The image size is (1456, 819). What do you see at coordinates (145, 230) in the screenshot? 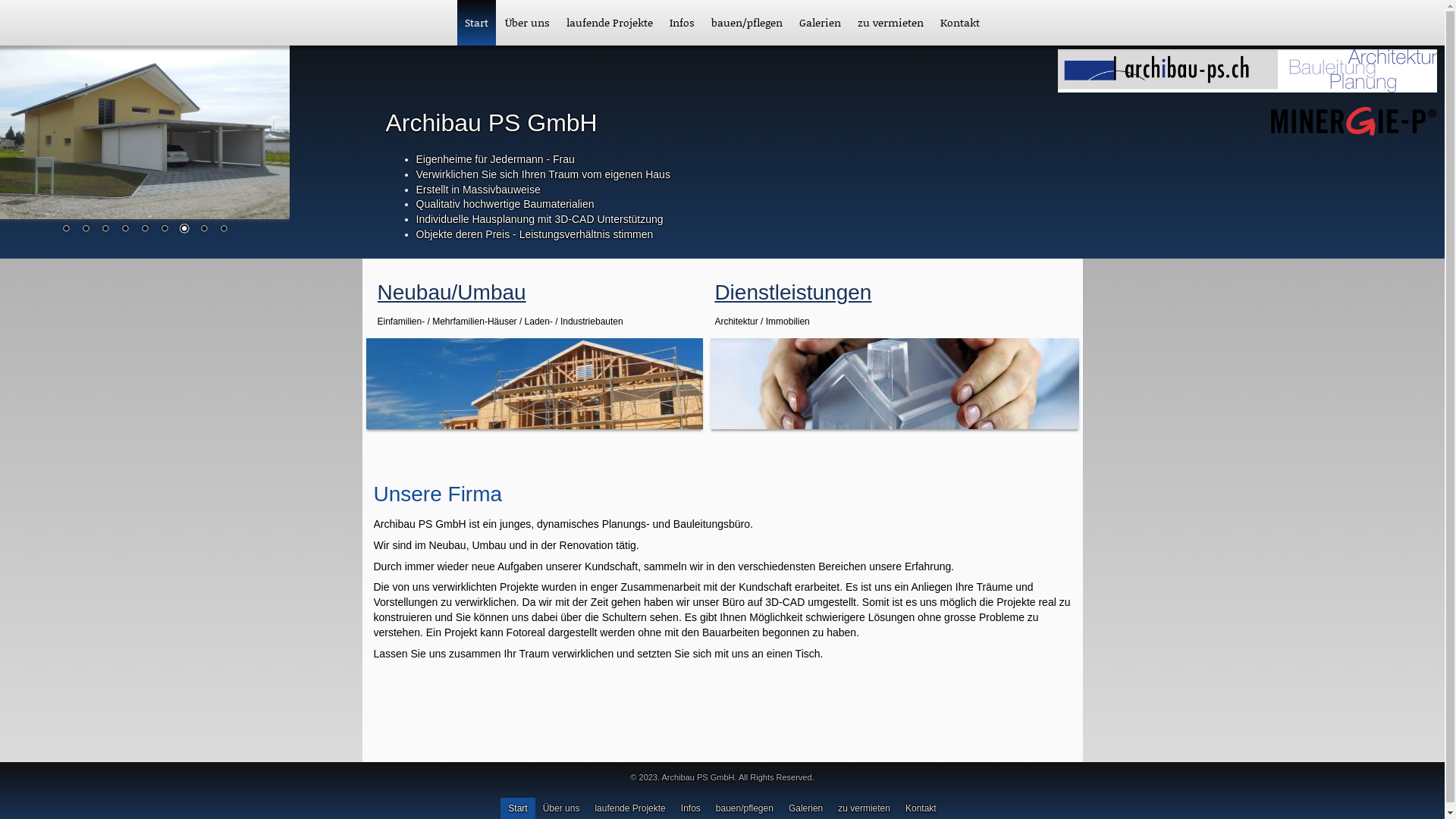
I see `'5'` at bounding box center [145, 230].